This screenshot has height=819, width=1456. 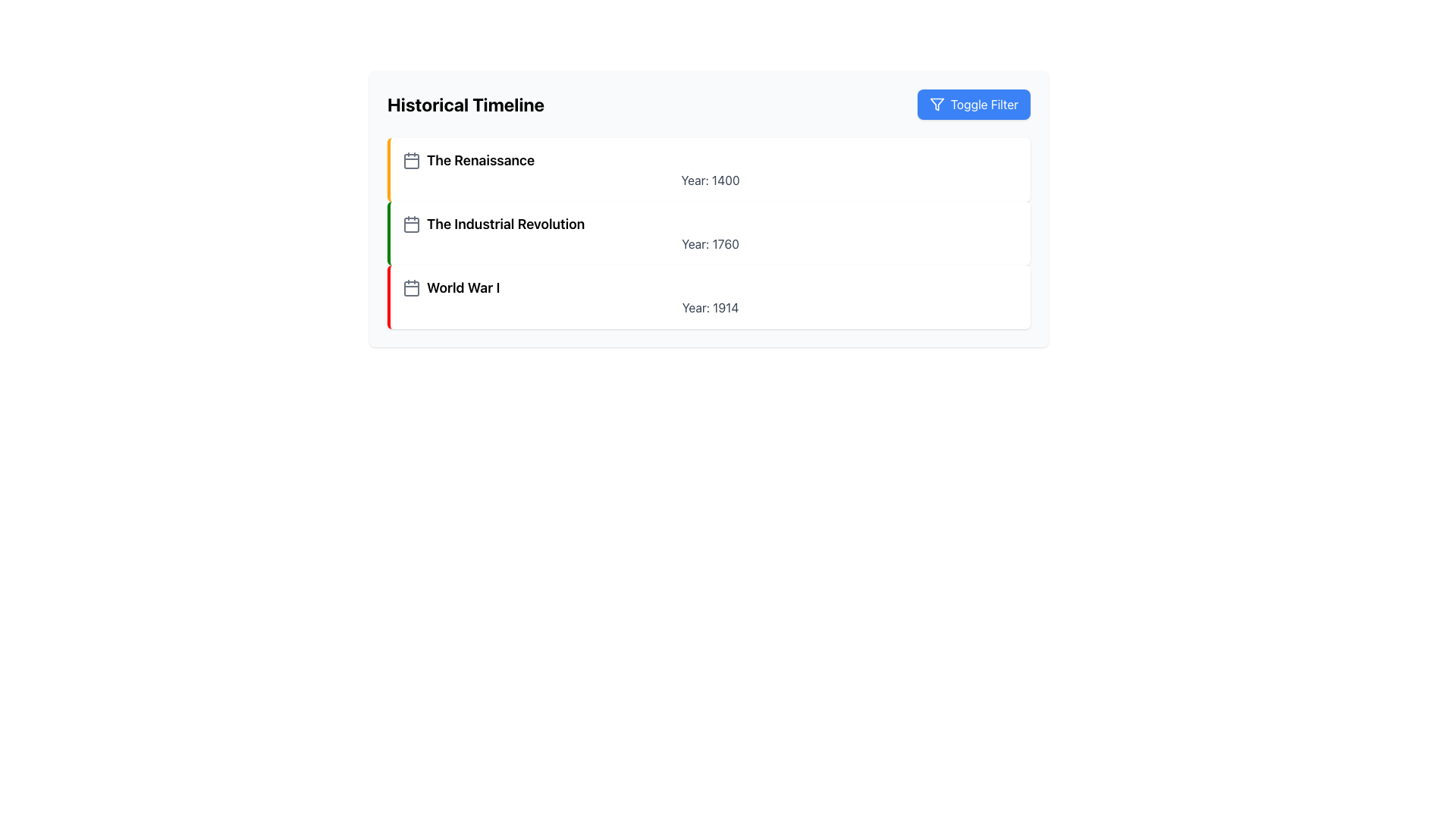 What do you see at coordinates (480, 161) in the screenshot?
I see `the text label 'The Renaissance' which marks the timeline entry for the year 1400 in a chronological list, positioned to the right of a calendar icon` at bounding box center [480, 161].